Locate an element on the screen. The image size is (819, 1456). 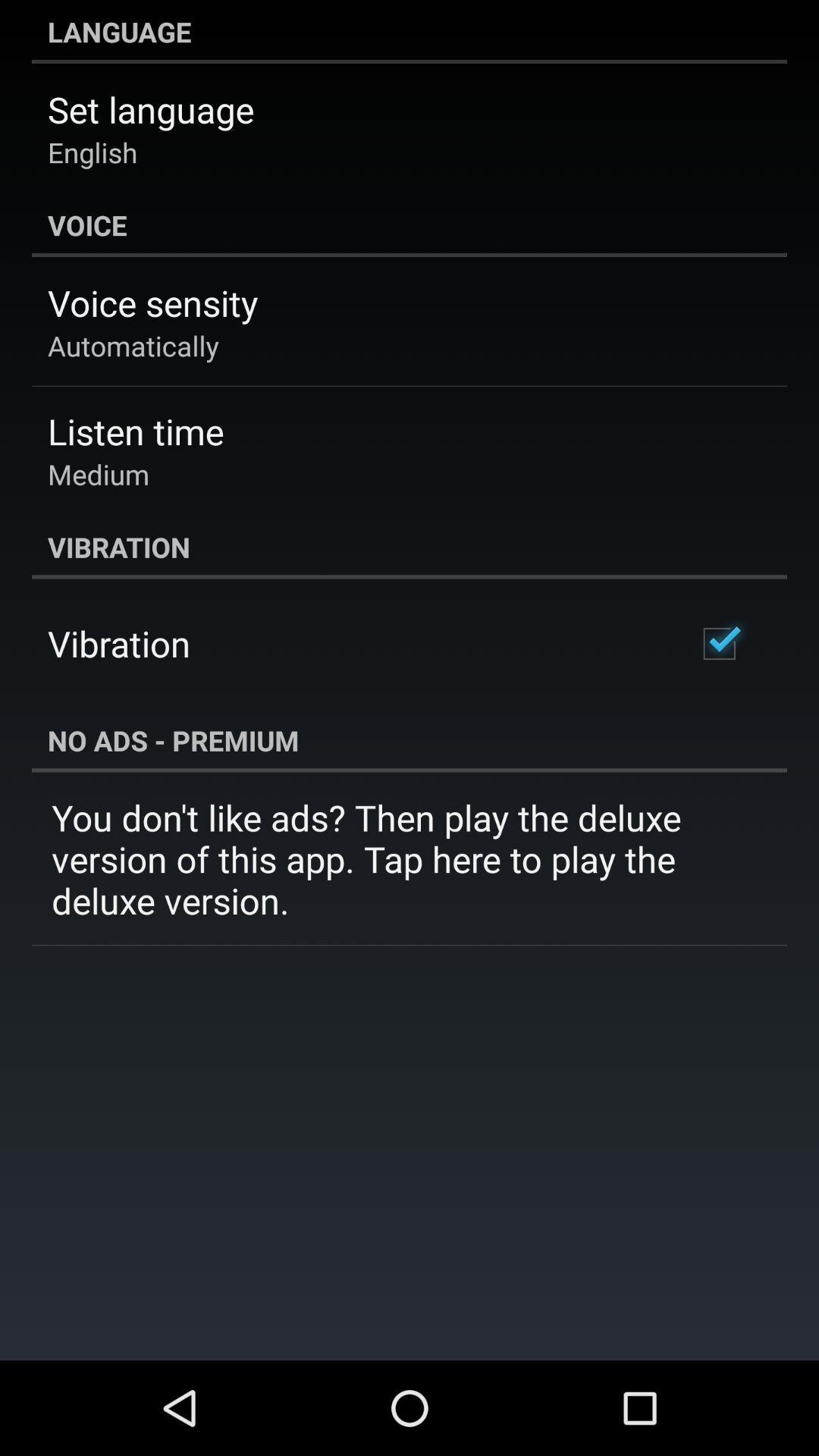
listen time is located at coordinates (135, 430).